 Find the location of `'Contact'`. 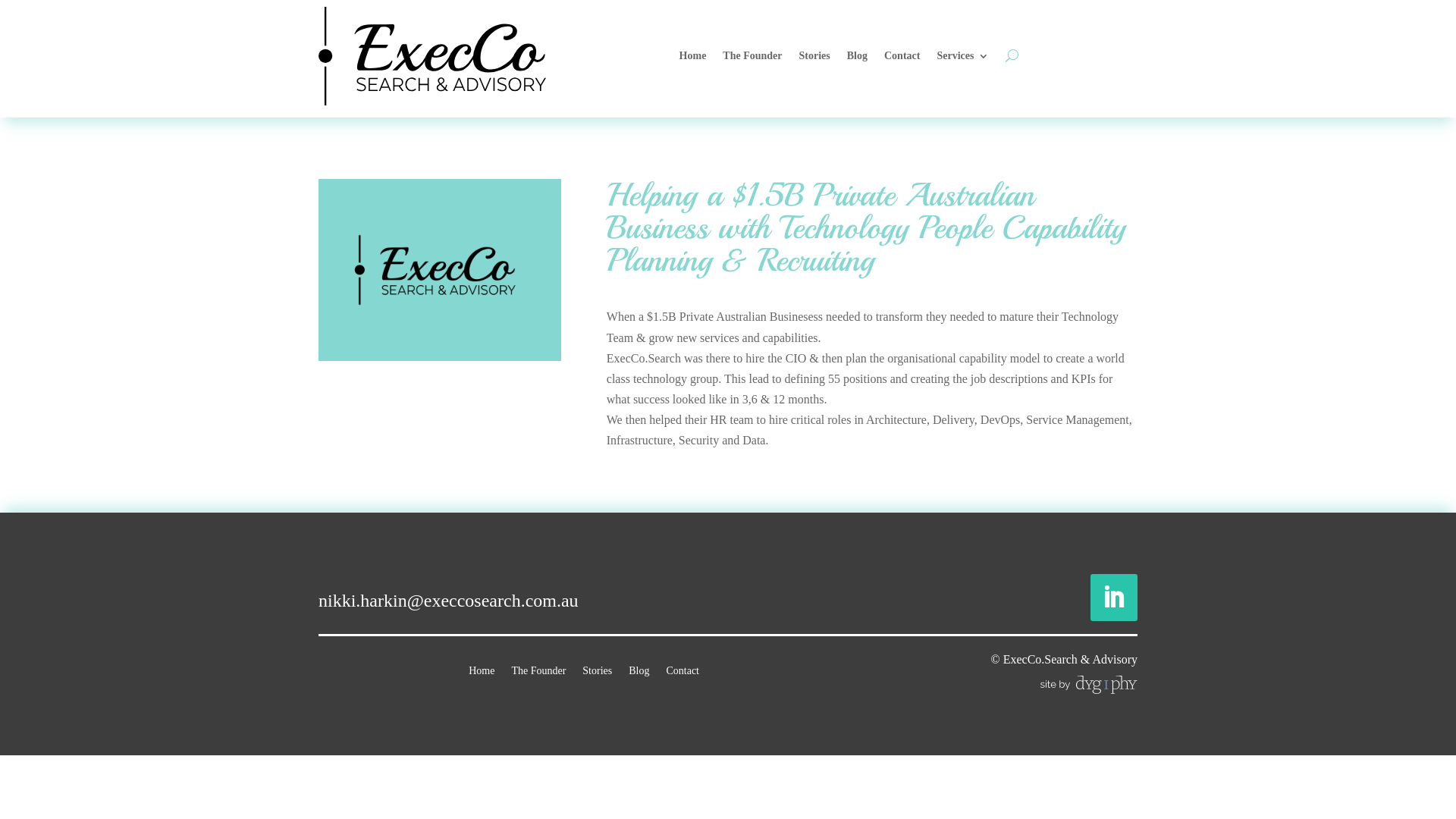

'Contact' is located at coordinates (884, 55).